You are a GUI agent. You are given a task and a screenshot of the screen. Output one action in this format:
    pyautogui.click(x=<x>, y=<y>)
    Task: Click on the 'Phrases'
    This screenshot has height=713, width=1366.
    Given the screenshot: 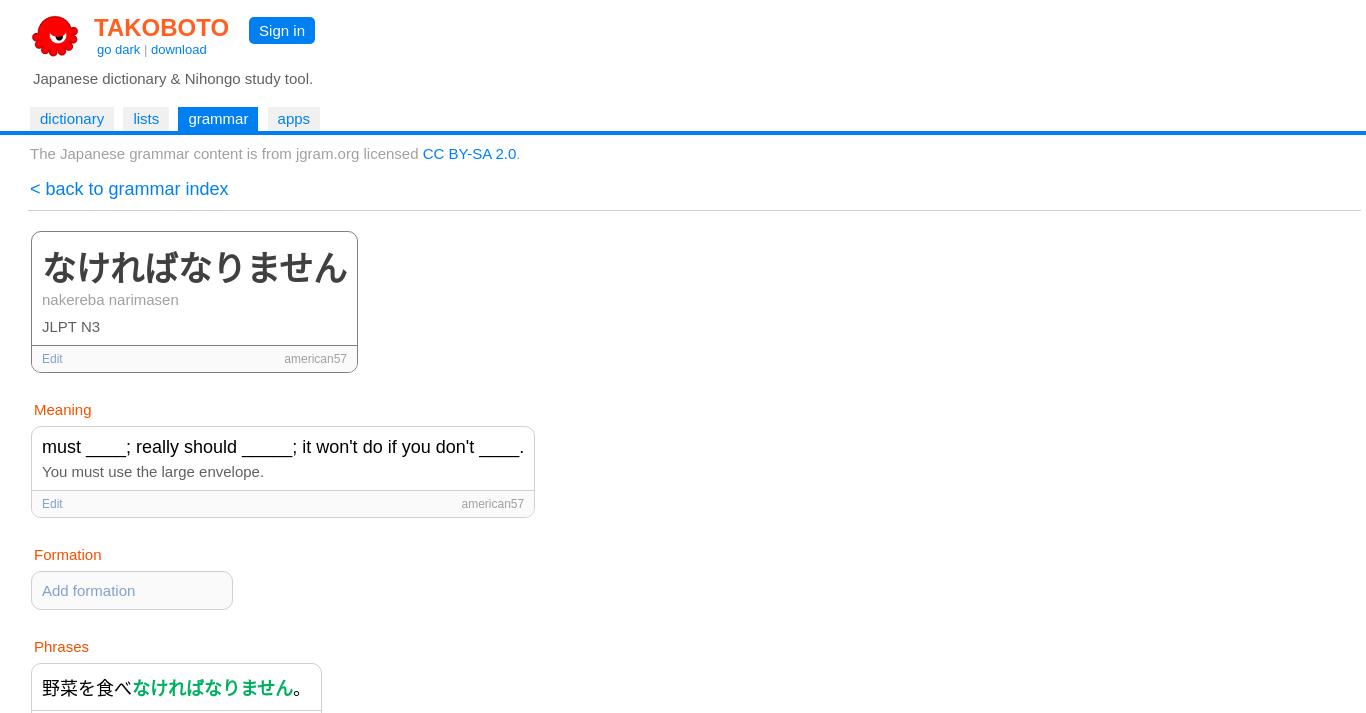 What is the action you would take?
    pyautogui.click(x=61, y=646)
    